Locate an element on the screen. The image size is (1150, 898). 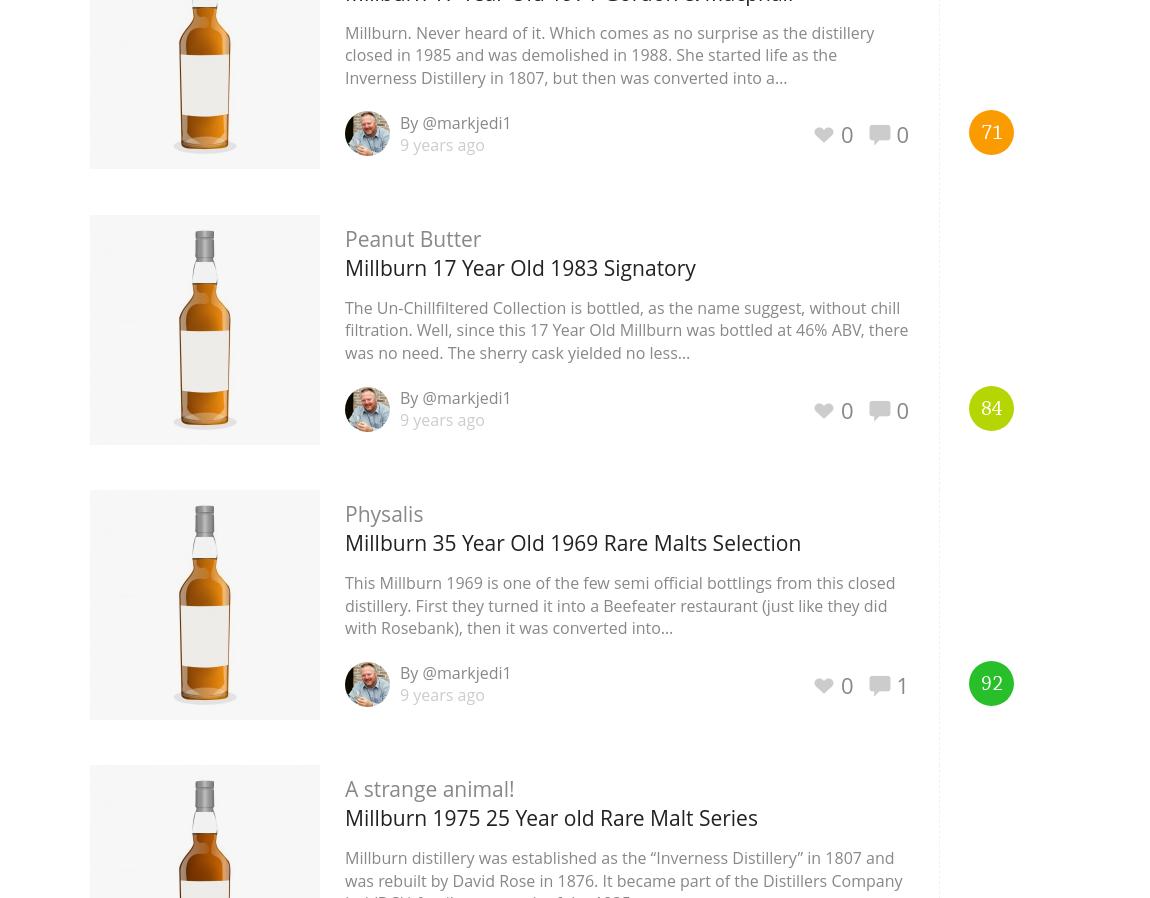
'71' is located at coordinates (990, 132).